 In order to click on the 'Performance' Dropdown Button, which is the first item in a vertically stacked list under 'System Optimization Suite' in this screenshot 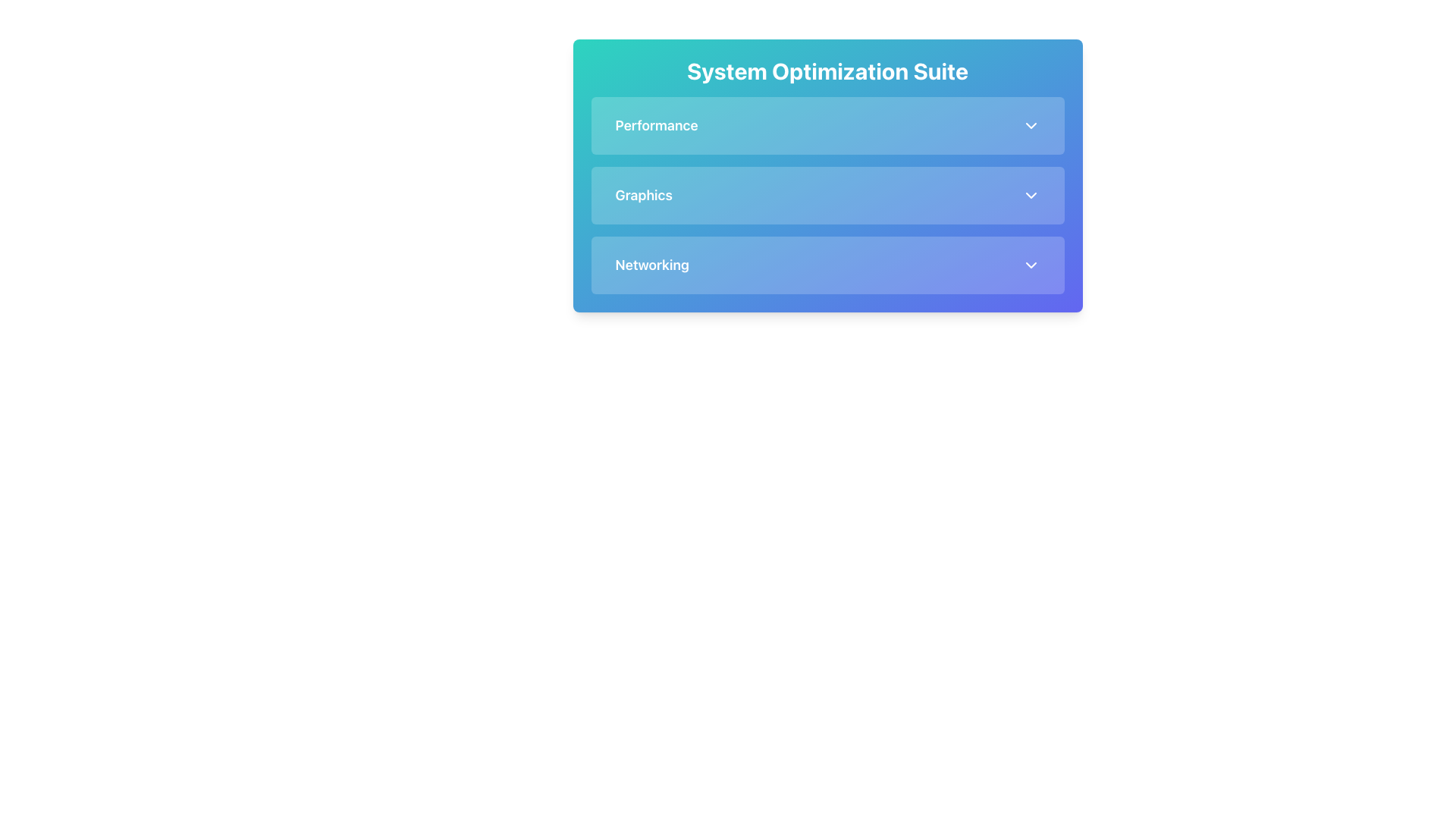, I will do `click(827, 124)`.